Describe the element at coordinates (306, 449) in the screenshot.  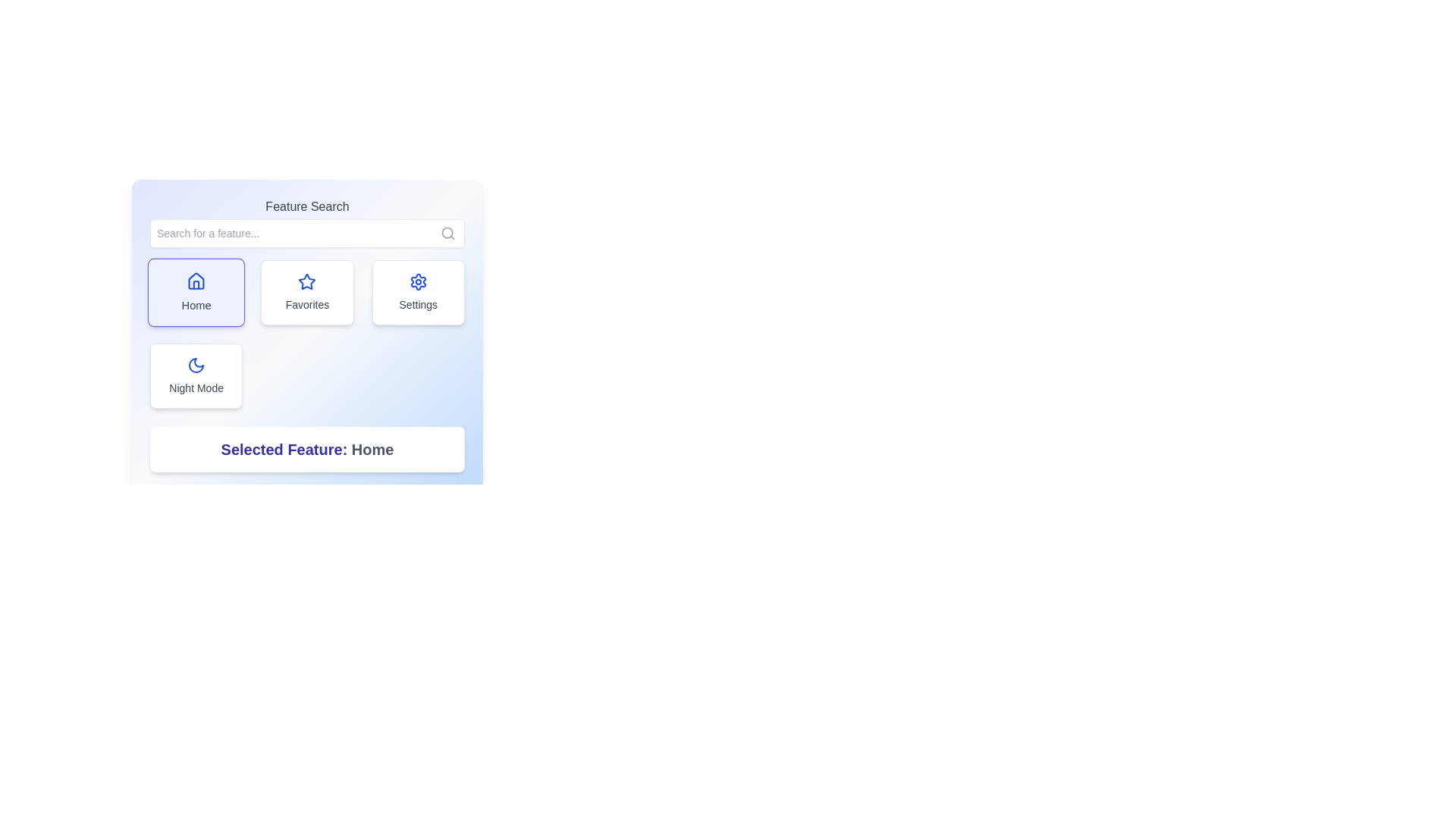
I see `the text label displaying 'Selected Feature: Home', which is styled in bold typography and indigo color, located at the bottom of the interface area` at that location.